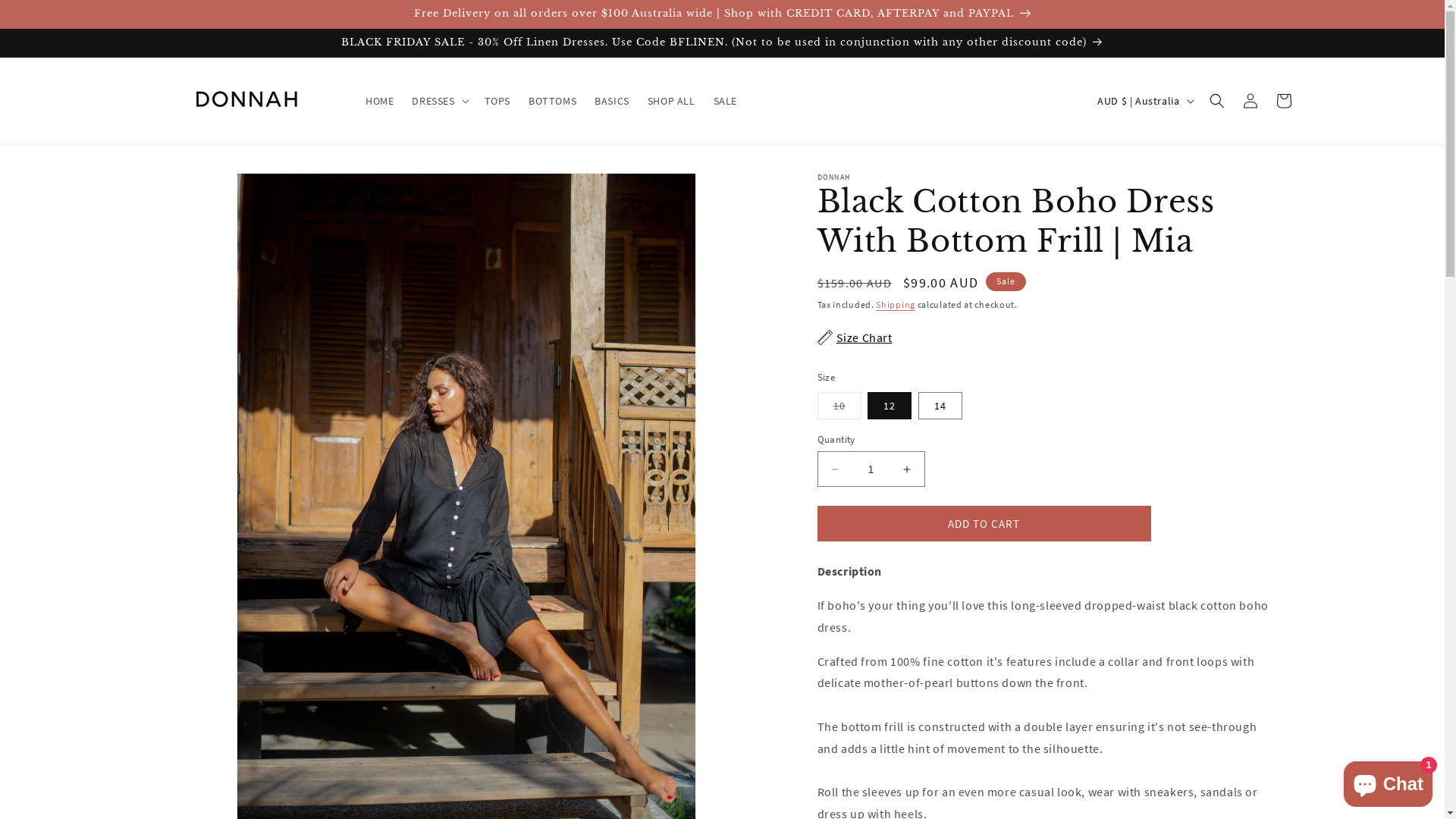 The width and height of the screenshot is (1456, 819). Describe the element at coordinates (984, 522) in the screenshot. I see `'ADD TO CART'` at that location.